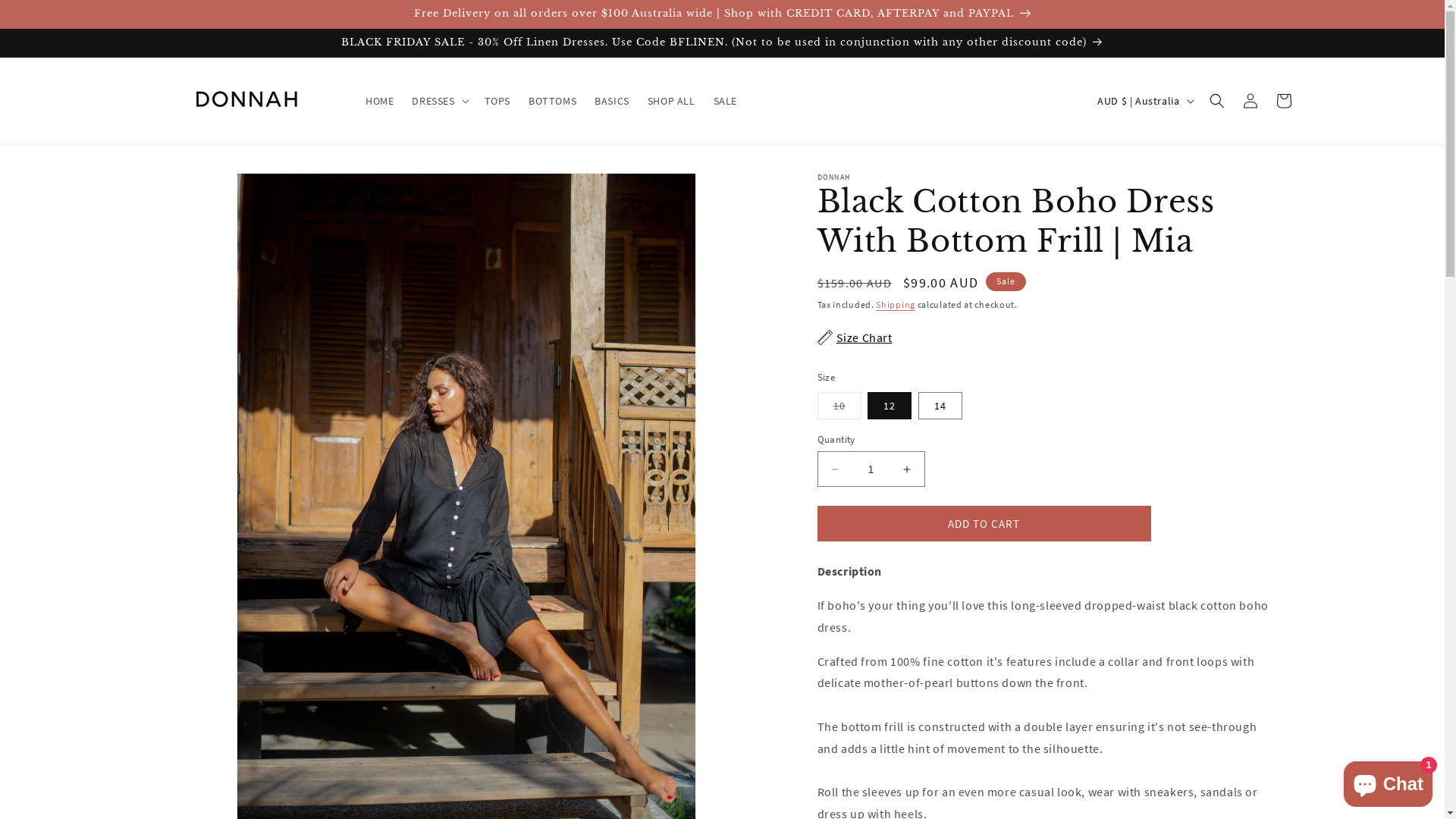 The width and height of the screenshot is (1456, 819). Describe the element at coordinates (984, 522) in the screenshot. I see `'ADD TO CART'` at that location.